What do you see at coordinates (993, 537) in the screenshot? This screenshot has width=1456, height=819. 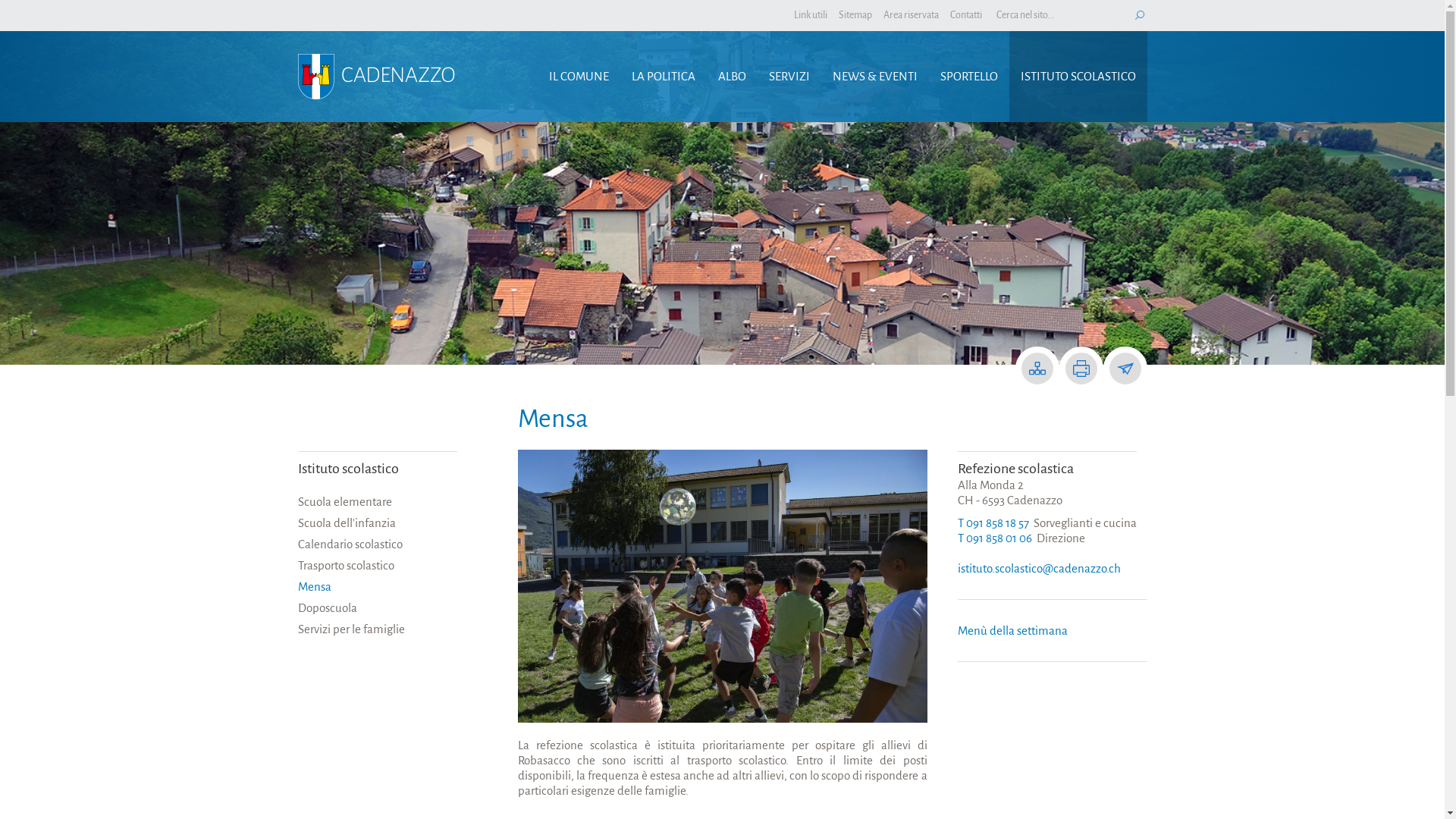 I see `'T 091 858 01 06'` at bounding box center [993, 537].